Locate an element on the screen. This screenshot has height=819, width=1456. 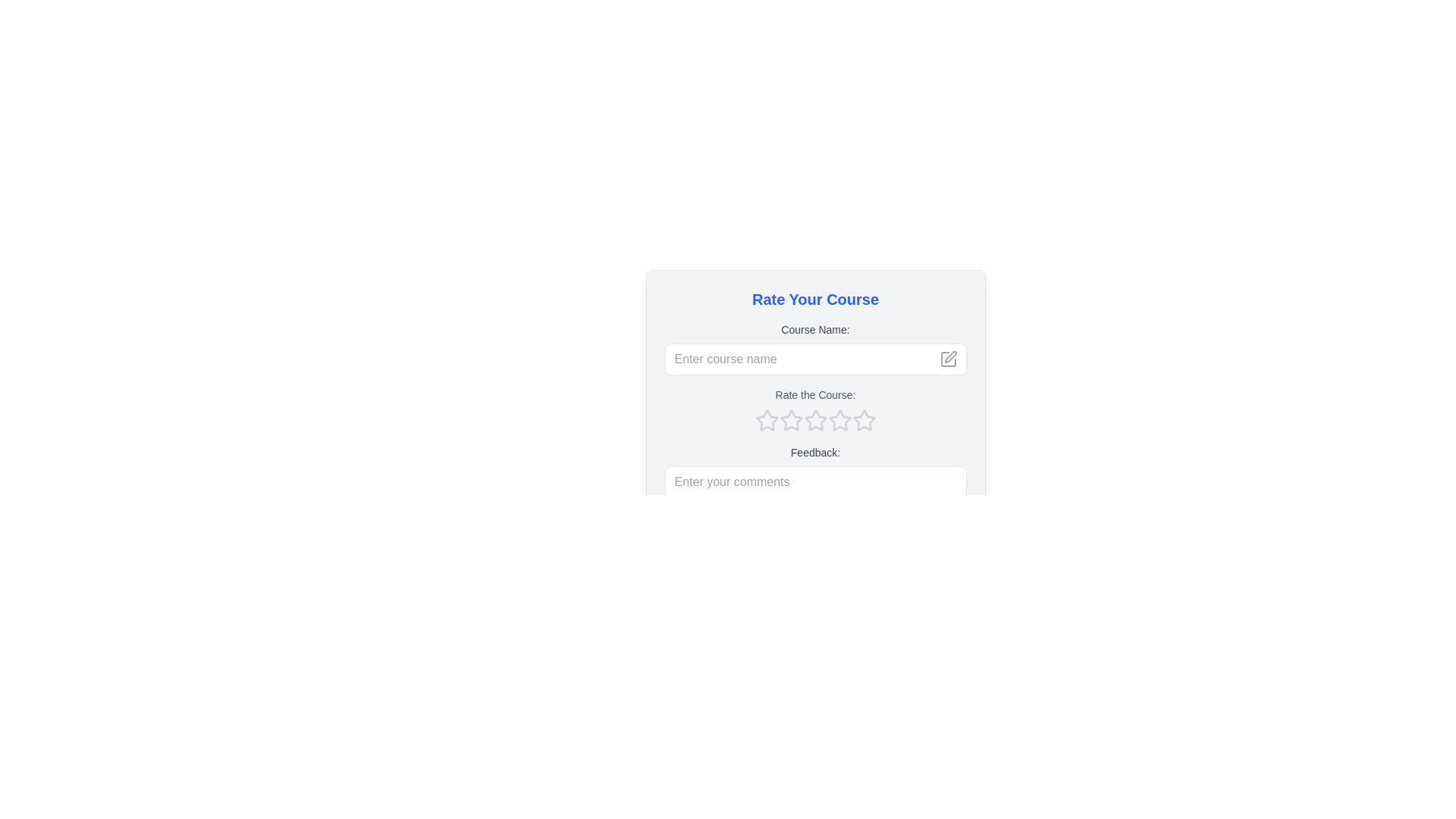
the fourth star-shaped icon in the rating section titled 'Rate the Course' is located at coordinates (814, 421).